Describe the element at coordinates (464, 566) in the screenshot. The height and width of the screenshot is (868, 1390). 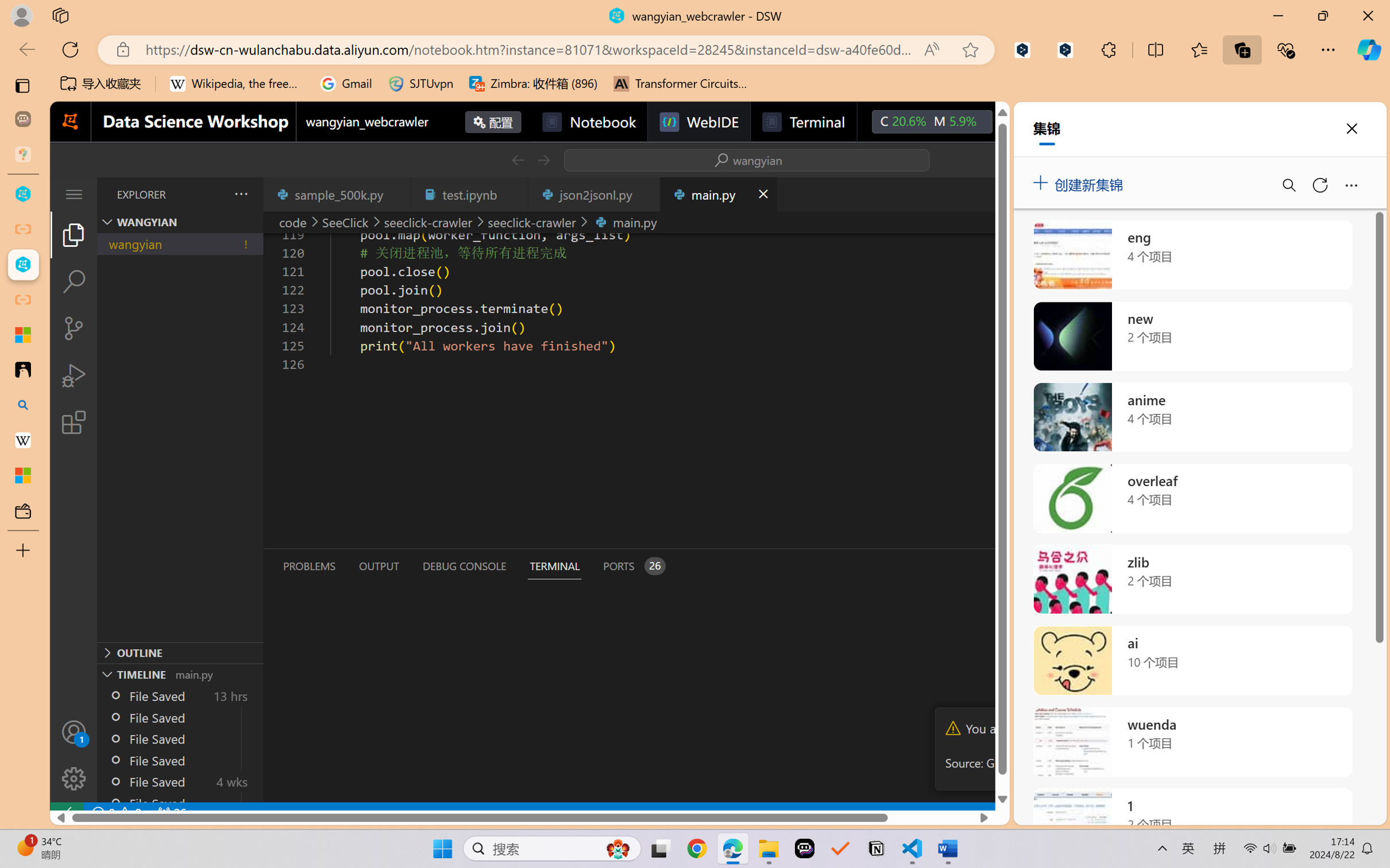
I see `'Debug Console (Ctrl+Shift+Y)'` at that location.